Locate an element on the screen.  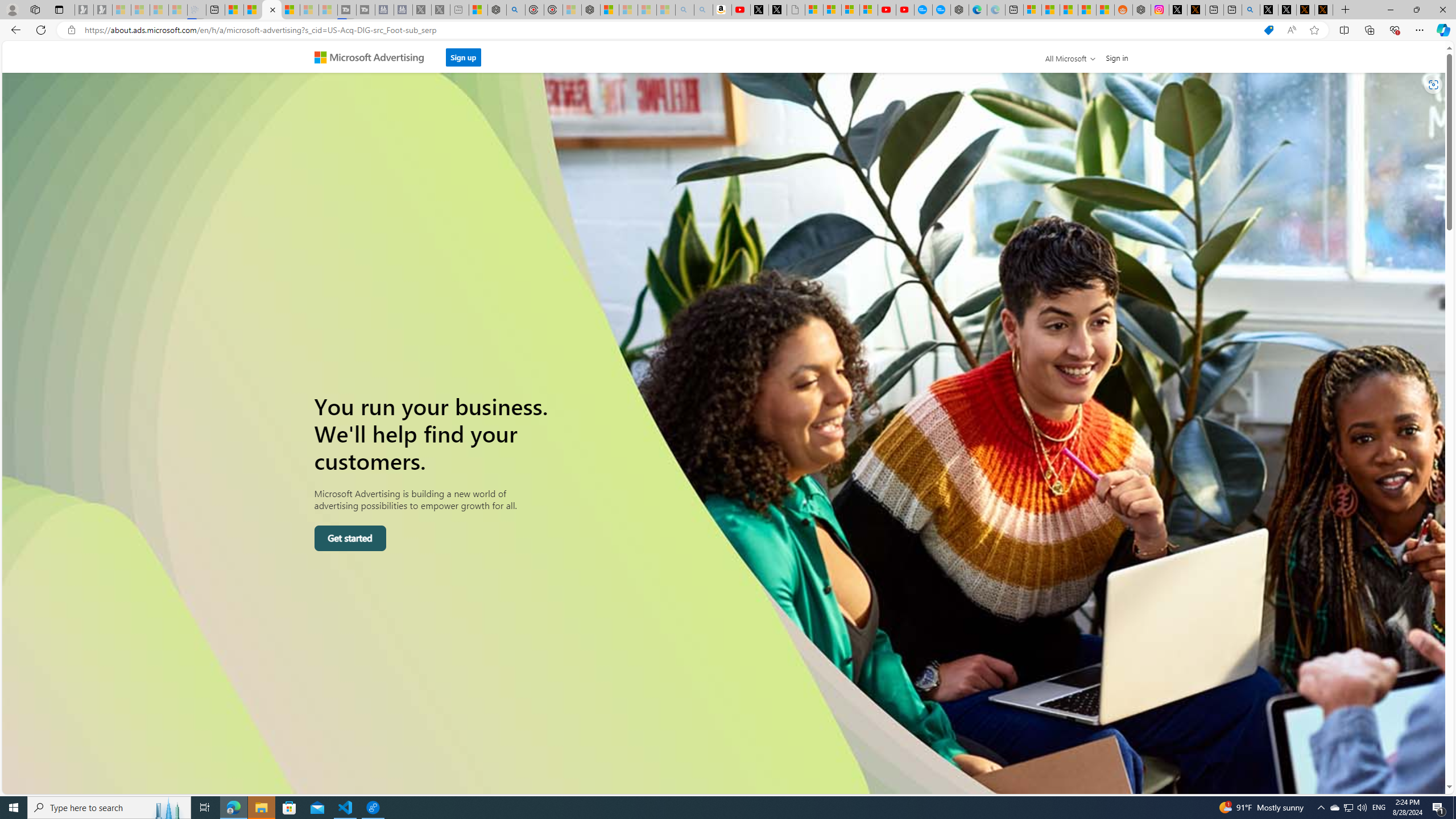
'Microsoft Advertising' is located at coordinates (373, 56).